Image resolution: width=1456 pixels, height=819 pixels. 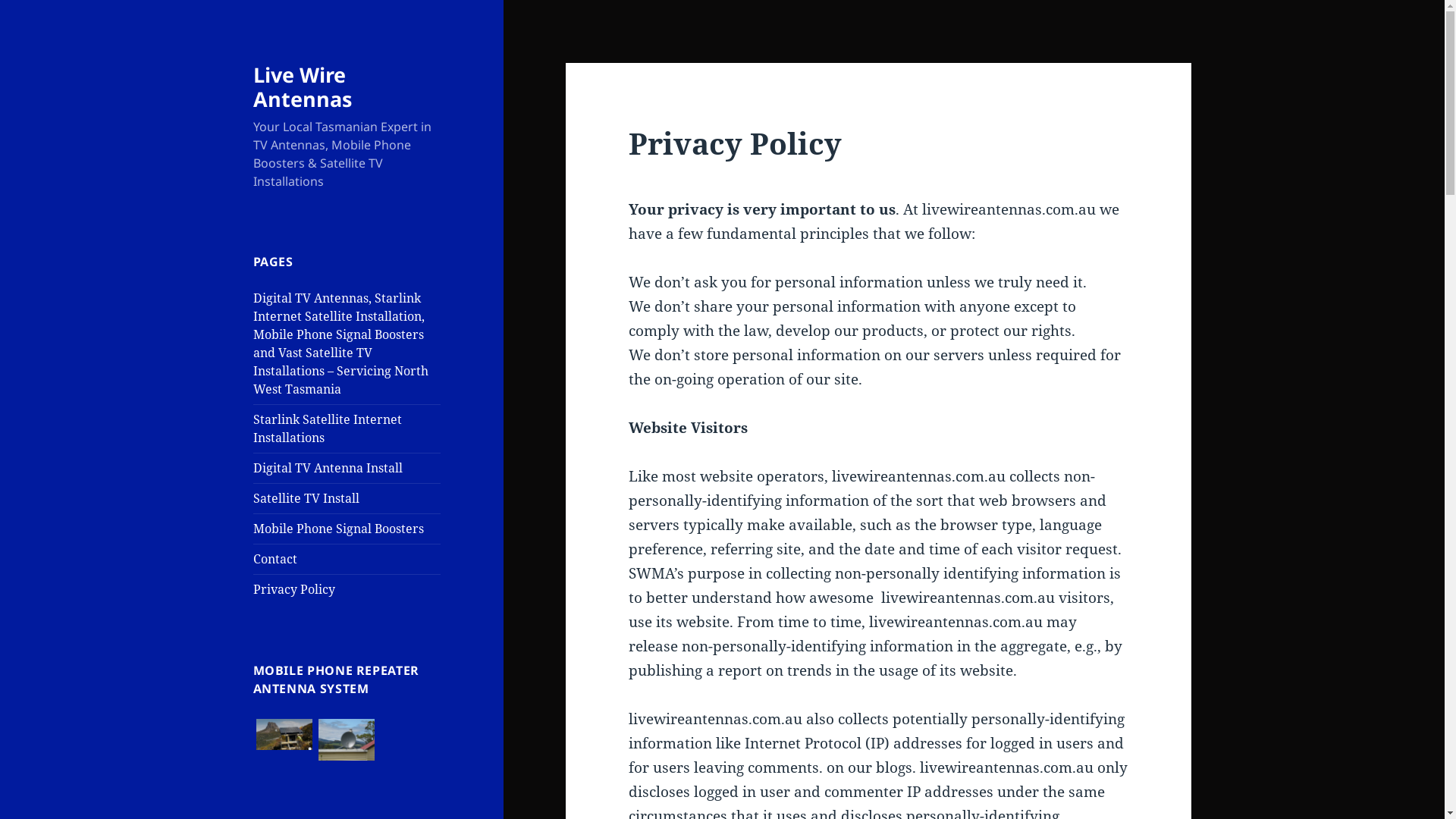 What do you see at coordinates (253, 86) in the screenshot?
I see `'Live Wire Antennas'` at bounding box center [253, 86].